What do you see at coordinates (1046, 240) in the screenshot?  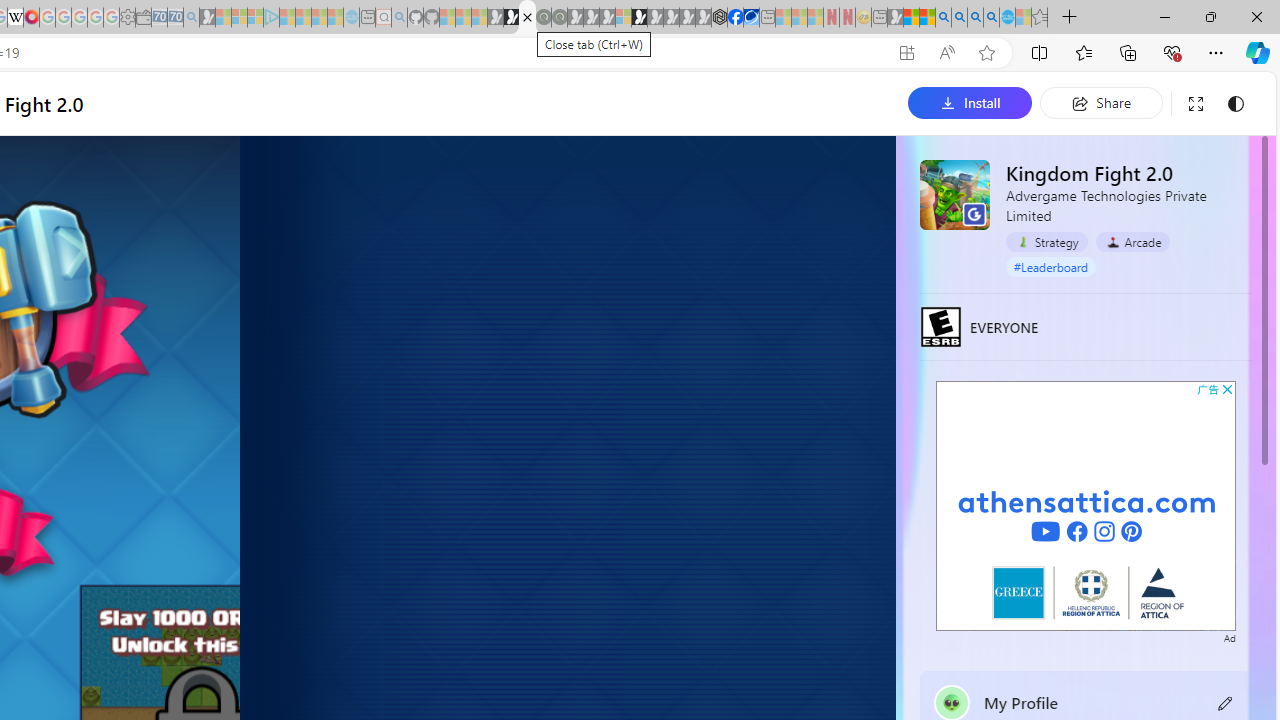 I see `'Strategy'` at bounding box center [1046, 240].